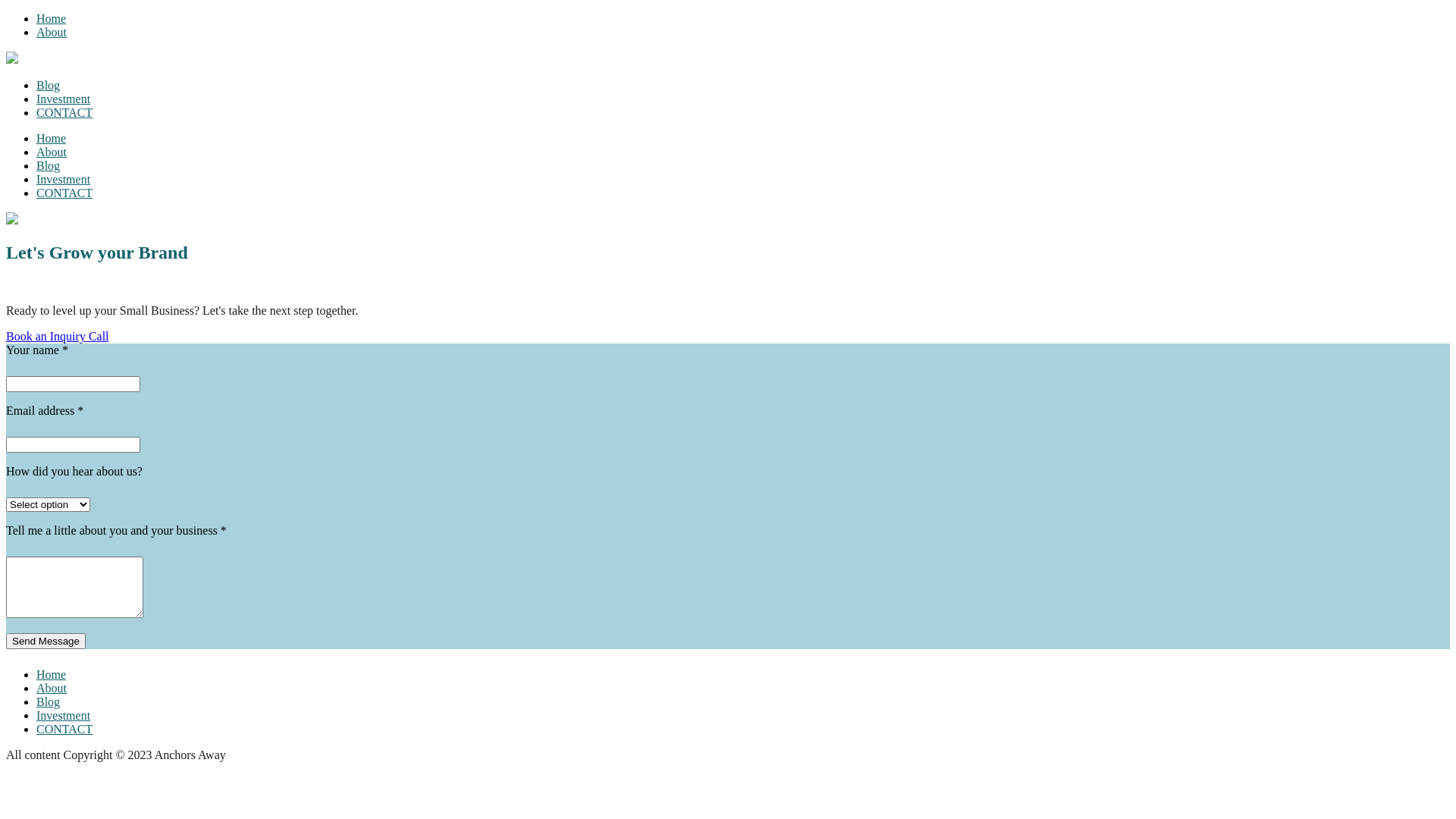 The image size is (1456, 819). I want to click on 'Blog', so click(48, 165).